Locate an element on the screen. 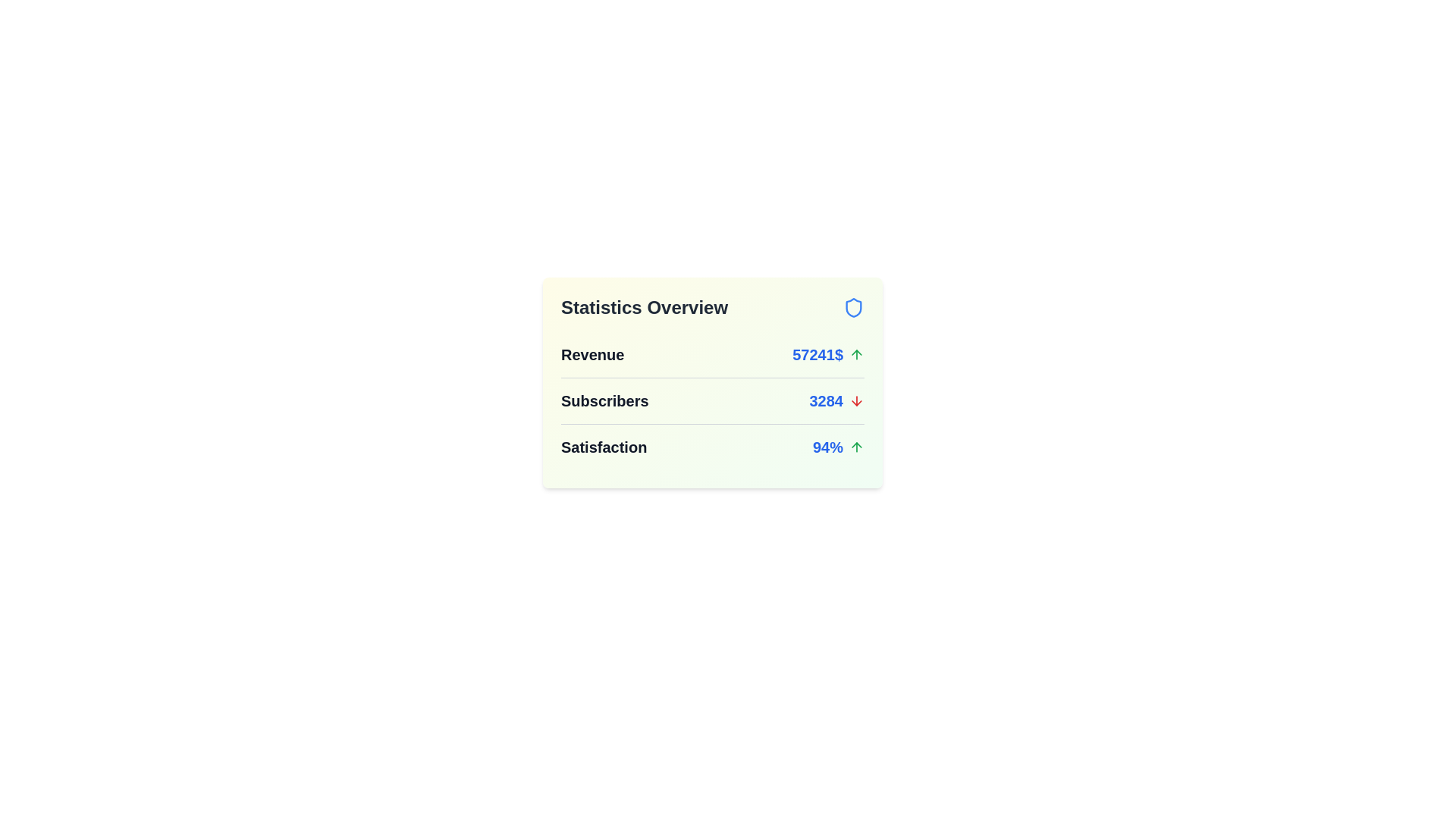 The image size is (1456, 819). the numeric value 57241$ to select it is located at coordinates (817, 354).